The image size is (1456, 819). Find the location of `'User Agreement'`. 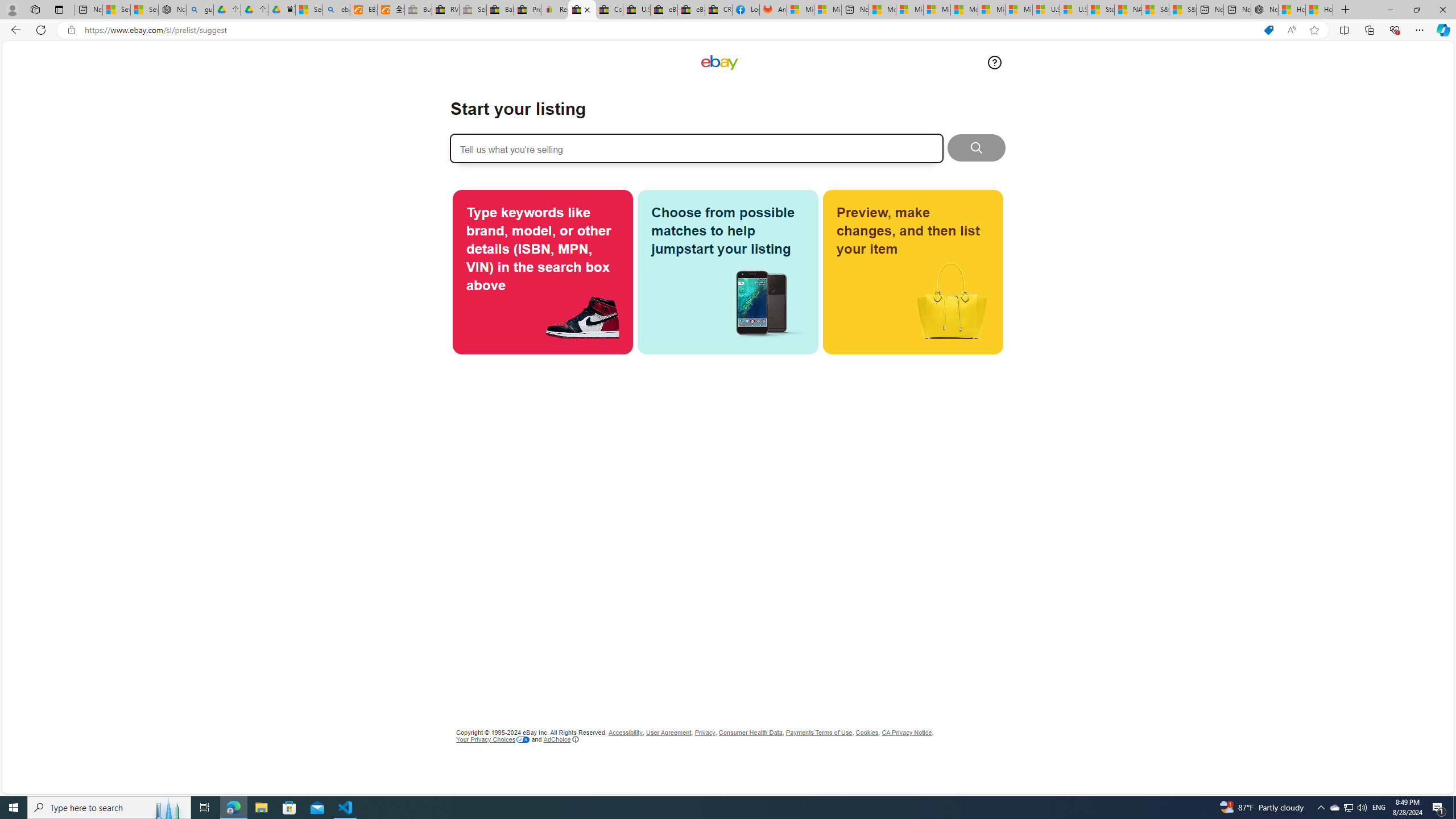

'User Agreement' is located at coordinates (668, 732).